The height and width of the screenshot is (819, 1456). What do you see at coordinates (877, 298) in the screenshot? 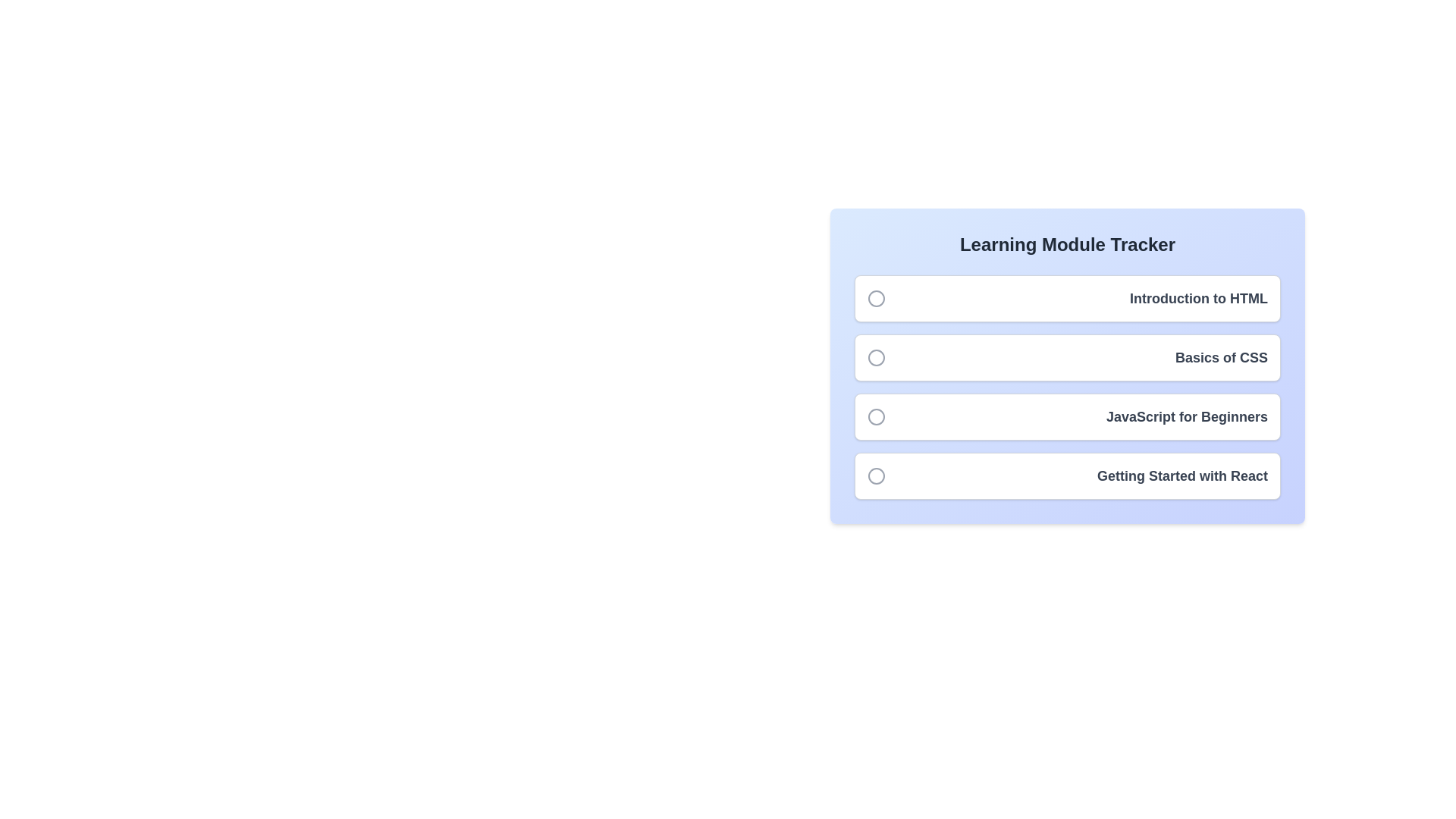
I see `the unselected SVG Circle that represents the option for 'Introduction to HTML' under the 'Learning Module Tracker' heading` at bounding box center [877, 298].